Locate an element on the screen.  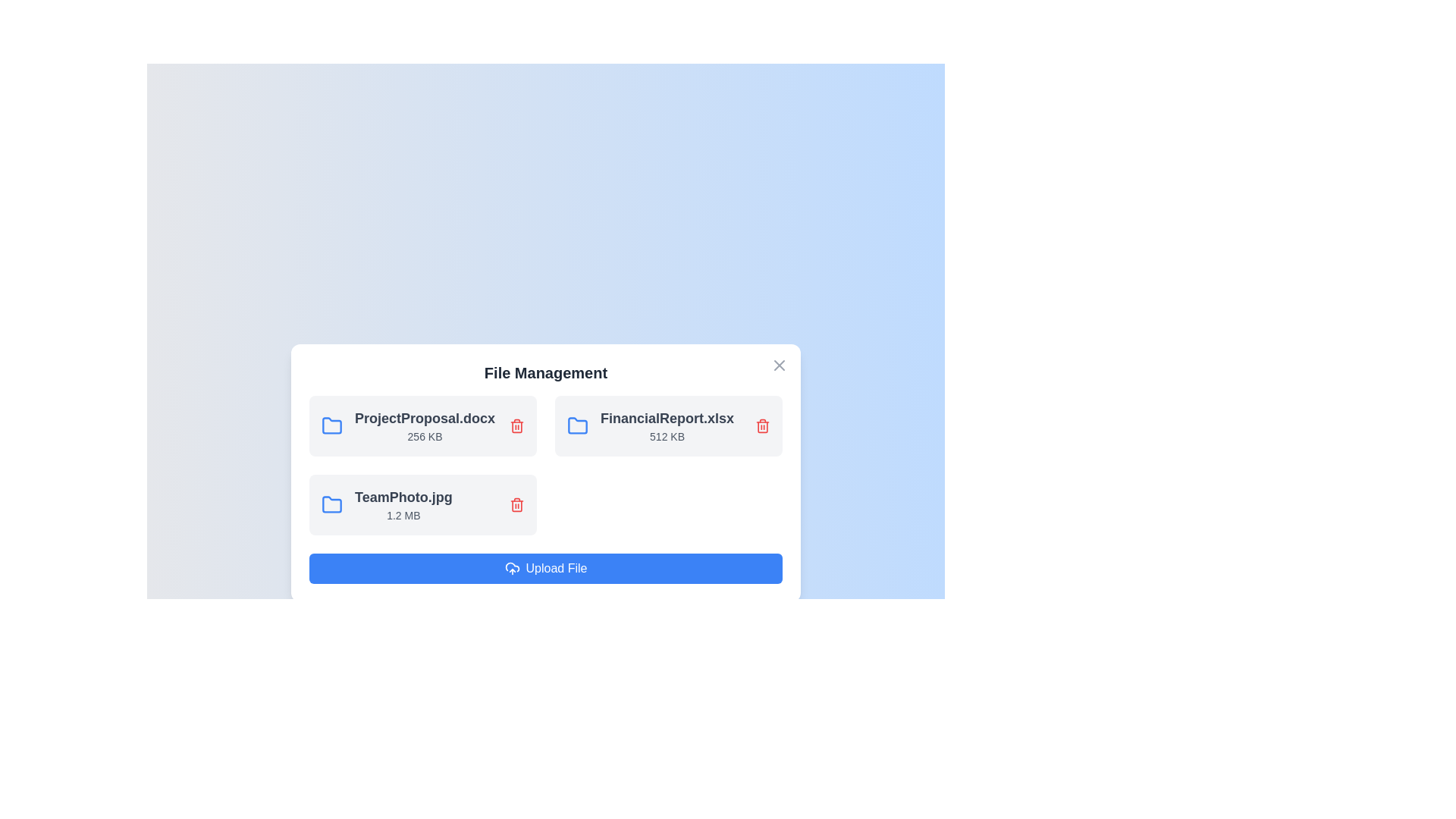
the 'Upload File' button to initiate the file upload process is located at coordinates (546, 568).